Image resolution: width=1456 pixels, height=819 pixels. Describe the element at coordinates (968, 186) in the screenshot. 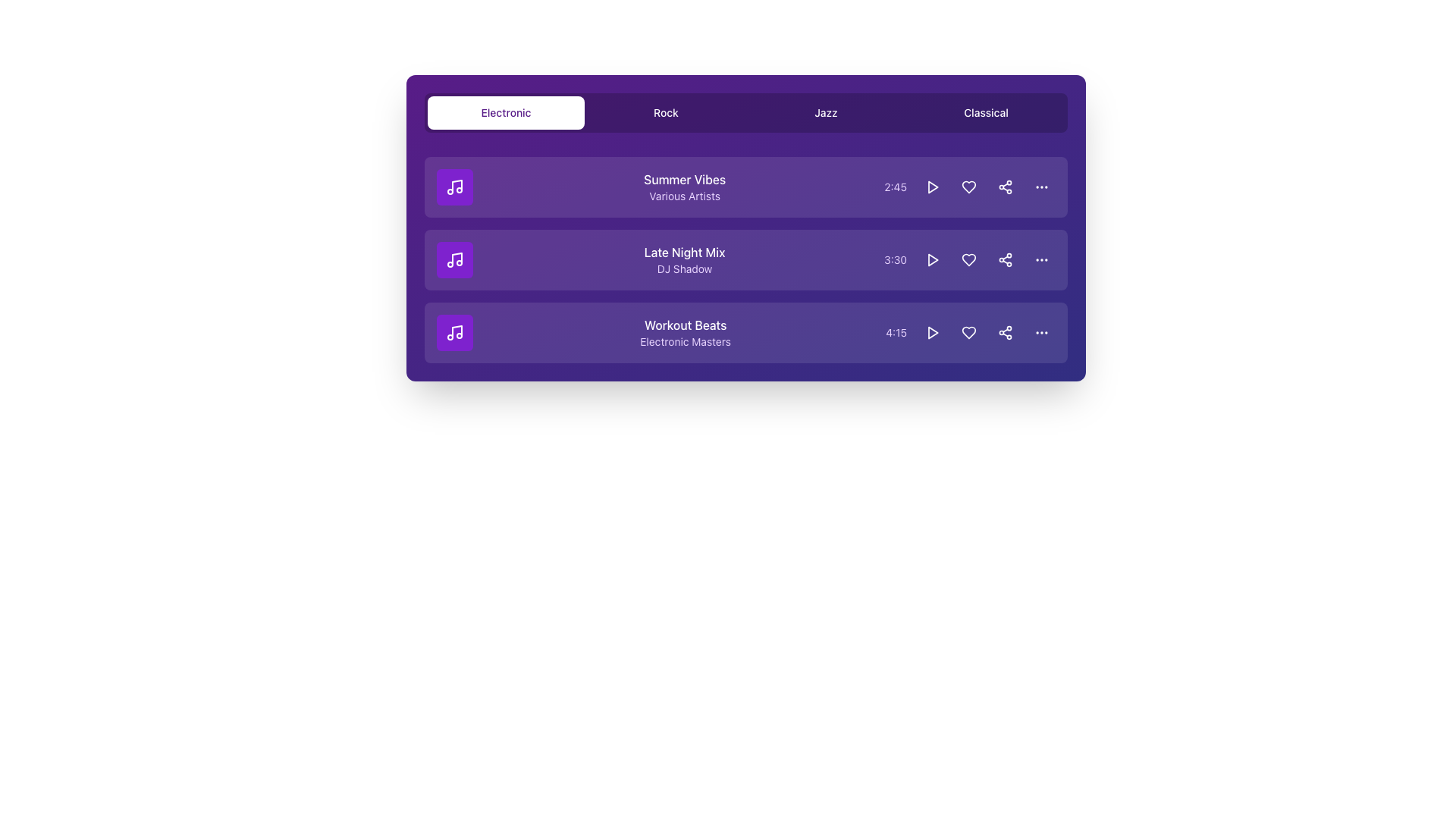

I see `the heart icon button, which is styled in white on a purple background, located in the rightmost section of the first row of the track list, adjacent to the 'Play' and 'Share' icons` at that location.